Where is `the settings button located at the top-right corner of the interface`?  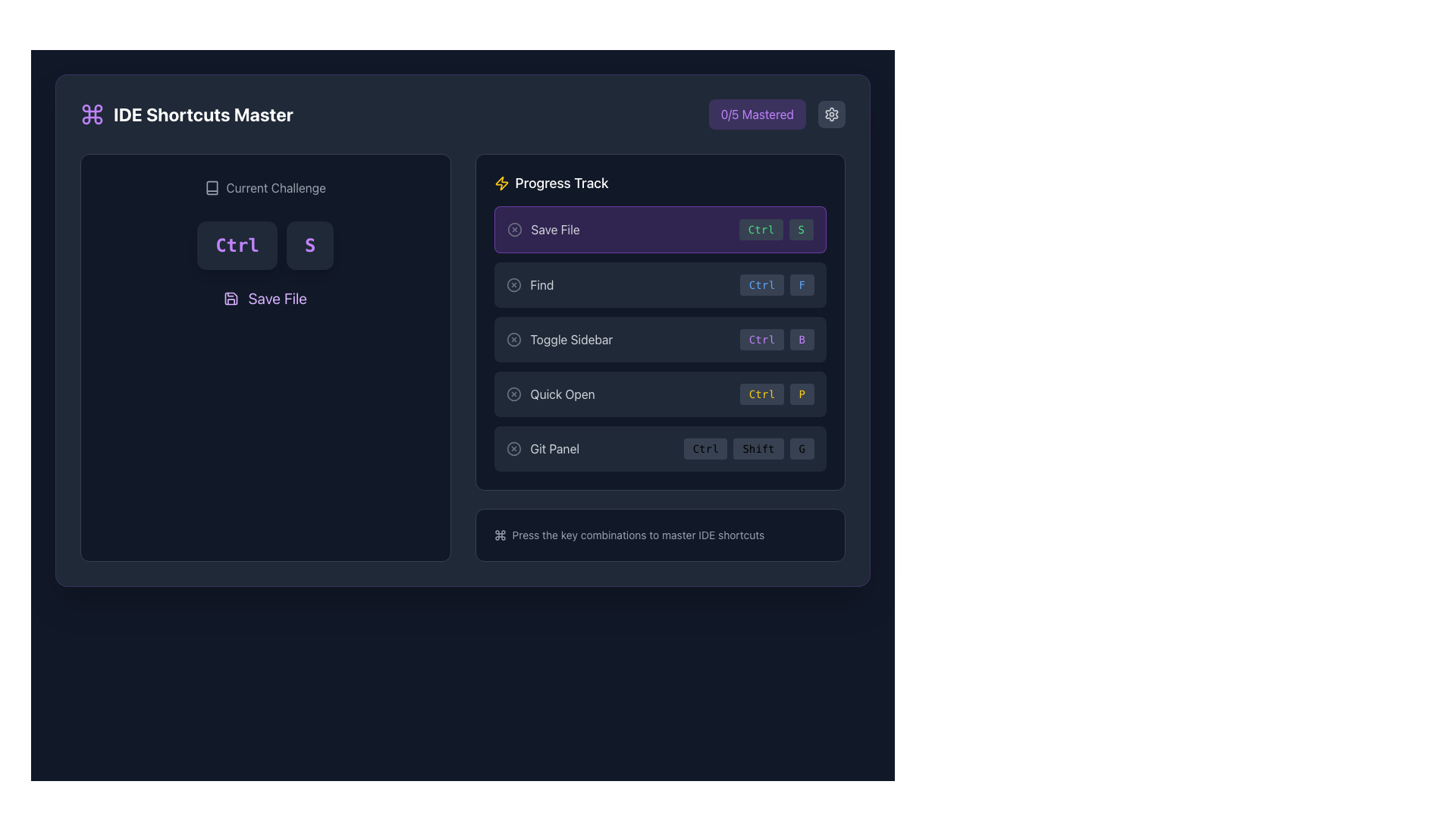
the settings button located at the top-right corner of the interface is located at coordinates (831, 113).